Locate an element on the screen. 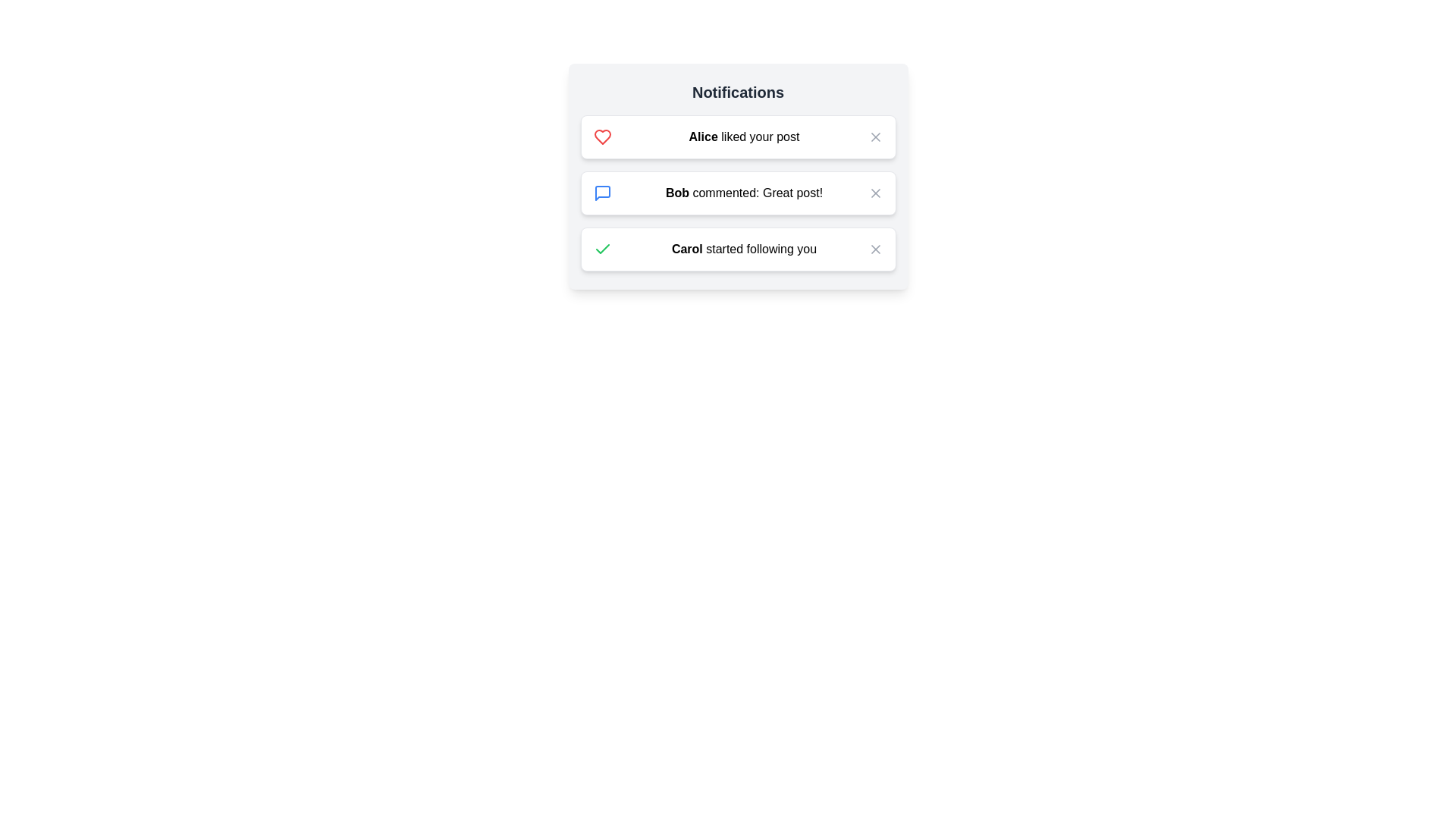  the dismiss button located at the far-right end of the 'Carol started following you' notification in the third row of the notifications list is located at coordinates (875, 248).